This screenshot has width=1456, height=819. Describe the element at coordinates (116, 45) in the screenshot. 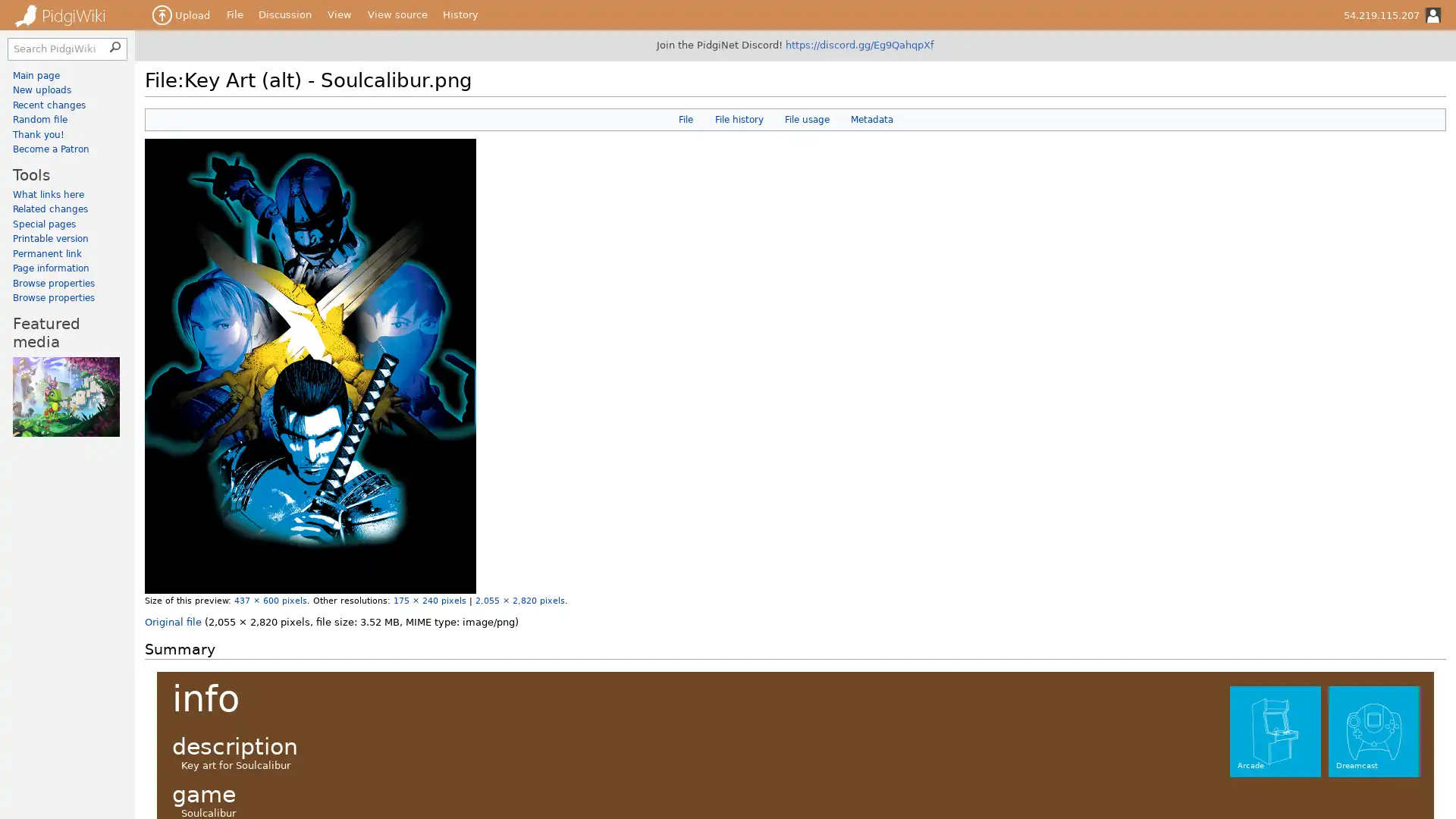

I see `Search` at that location.